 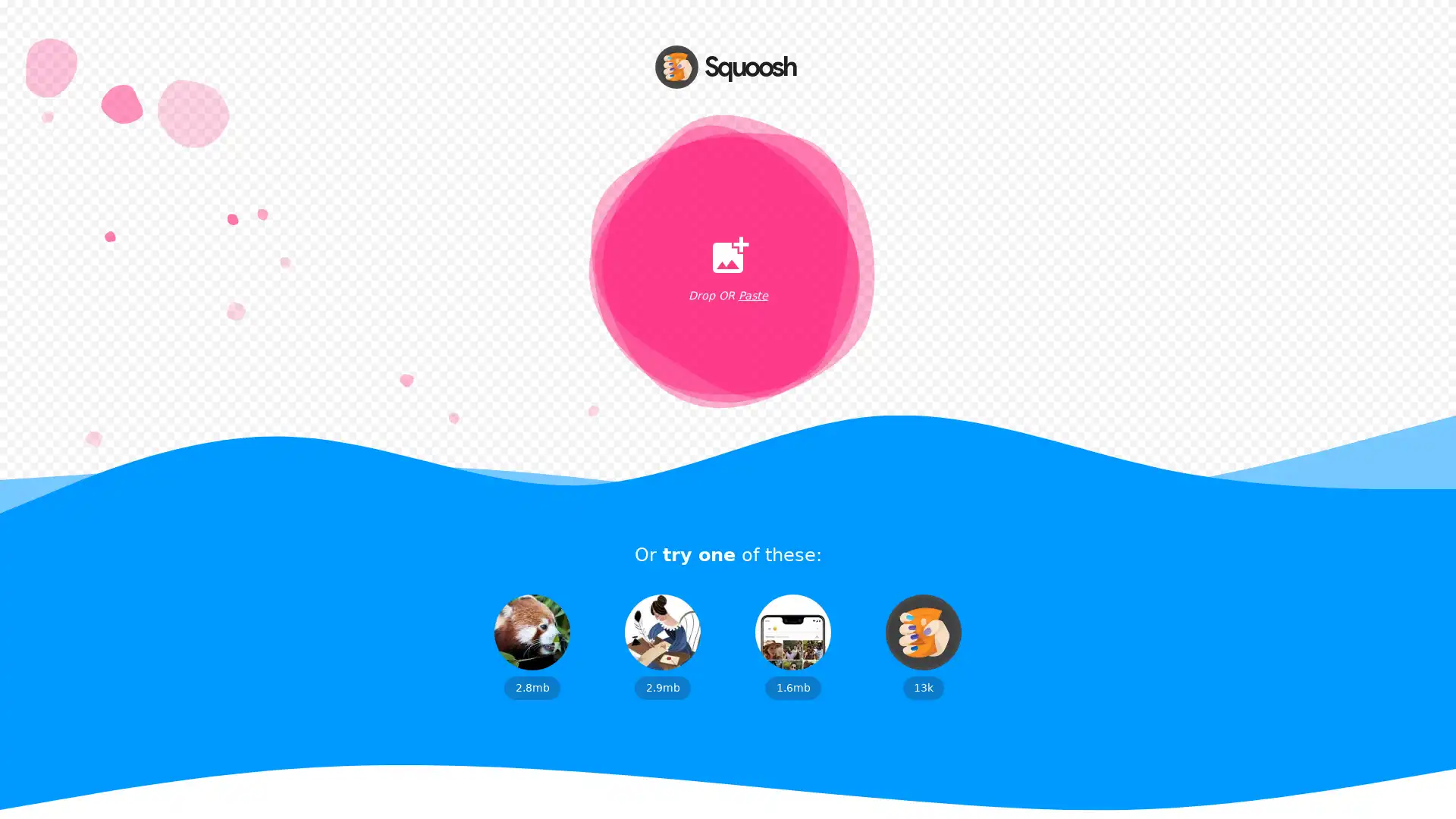 I want to click on Paste, so click(x=752, y=296).